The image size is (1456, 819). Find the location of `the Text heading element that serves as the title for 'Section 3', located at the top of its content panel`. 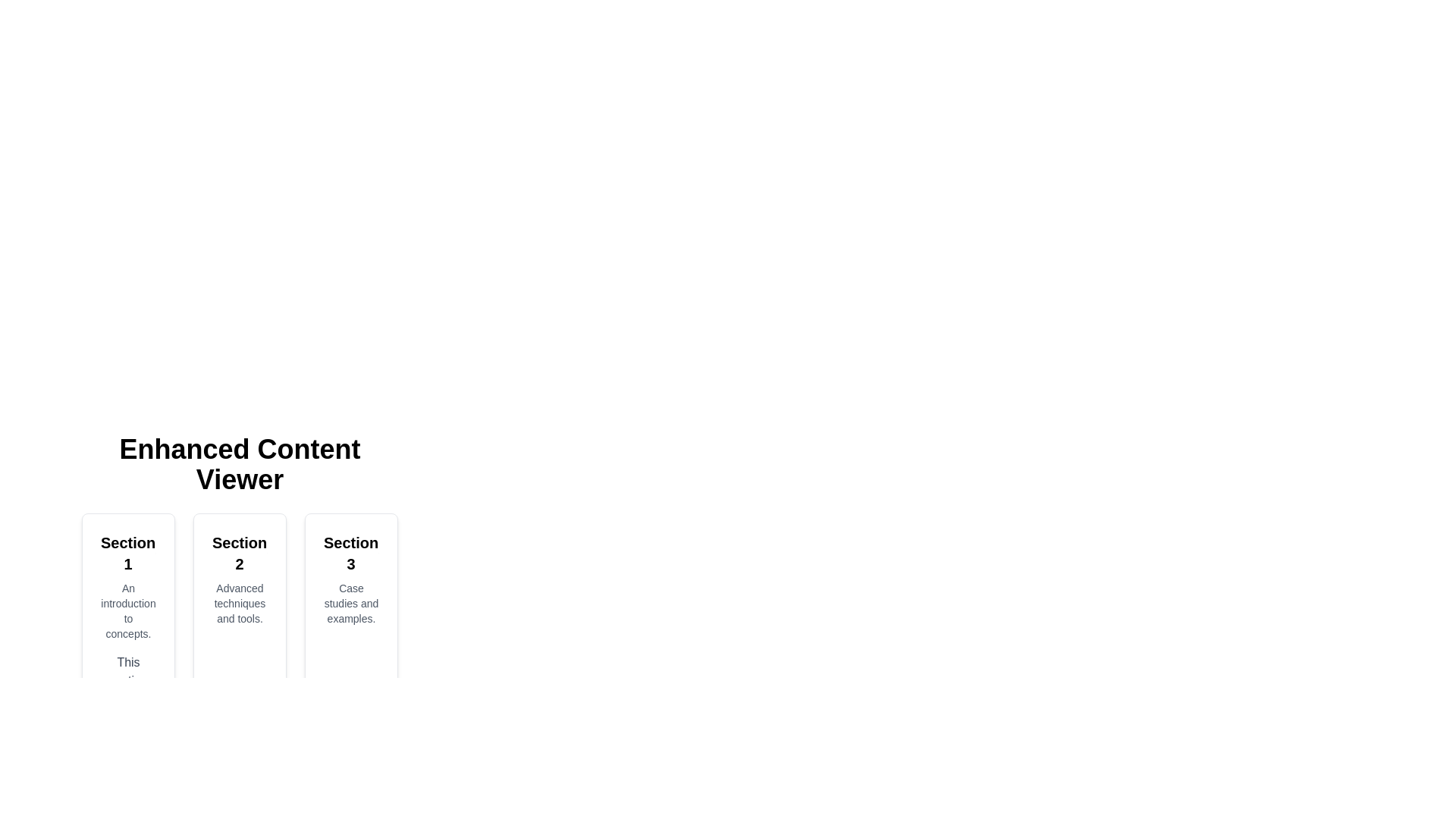

the Text heading element that serves as the title for 'Section 3', located at the top of its content panel is located at coordinates (350, 553).